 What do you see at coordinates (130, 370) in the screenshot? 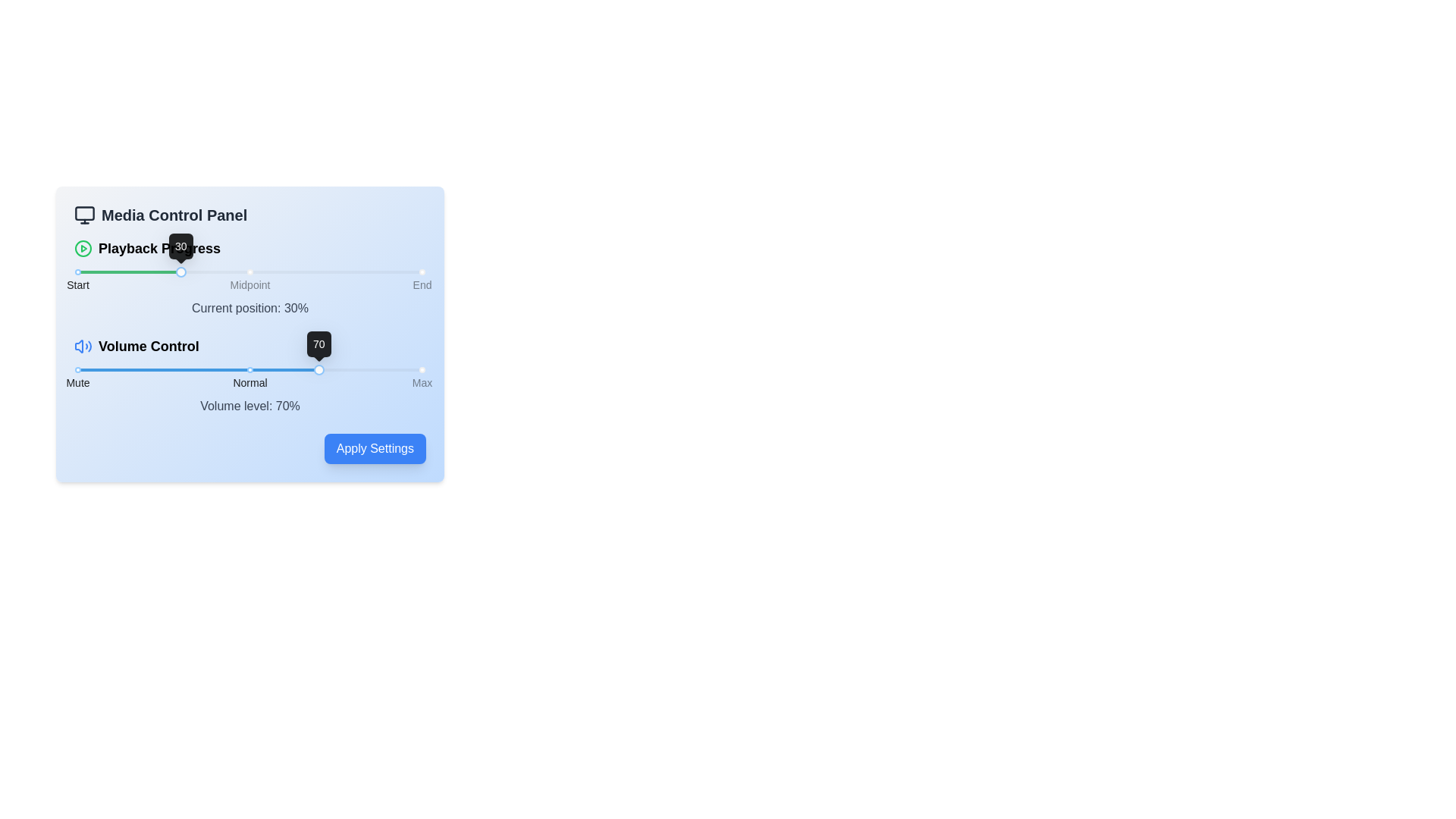
I see `the slider` at bounding box center [130, 370].